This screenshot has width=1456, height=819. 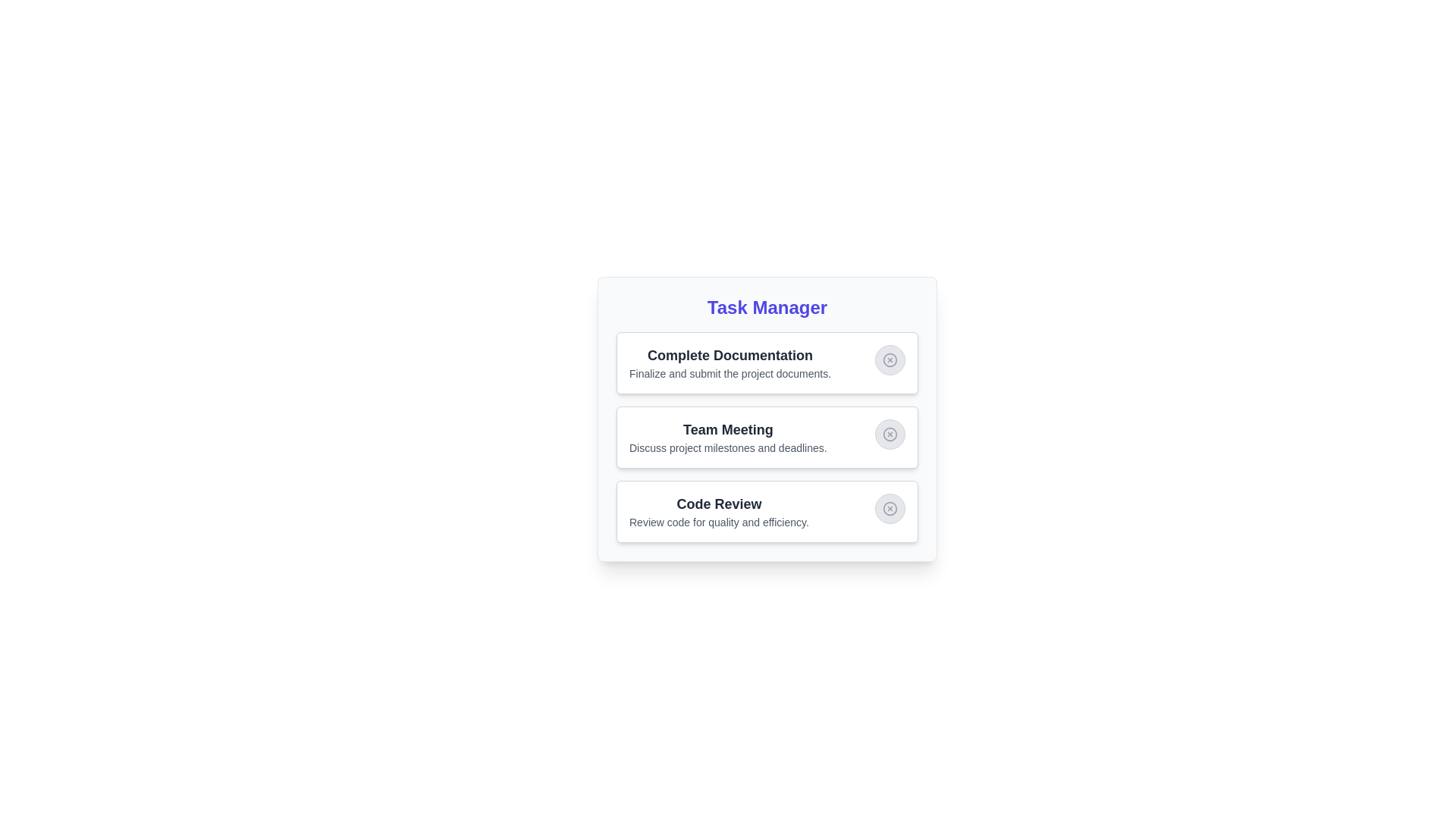 What do you see at coordinates (890, 359) in the screenshot?
I see `the toggle button for task Complete Documentation to mark it as complete or incomplete` at bounding box center [890, 359].